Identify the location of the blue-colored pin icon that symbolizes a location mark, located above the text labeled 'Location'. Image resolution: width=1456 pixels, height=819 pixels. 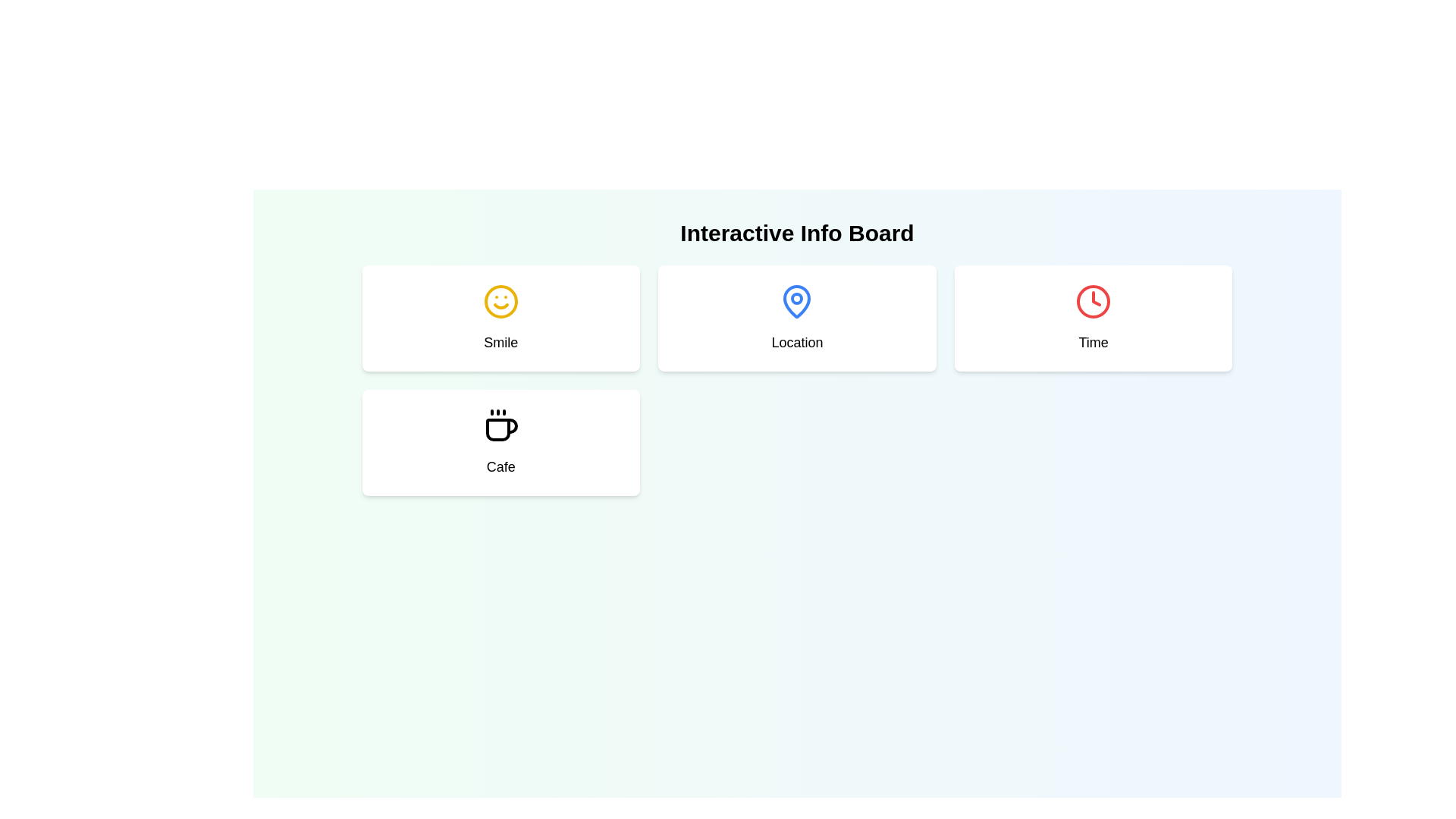
(796, 301).